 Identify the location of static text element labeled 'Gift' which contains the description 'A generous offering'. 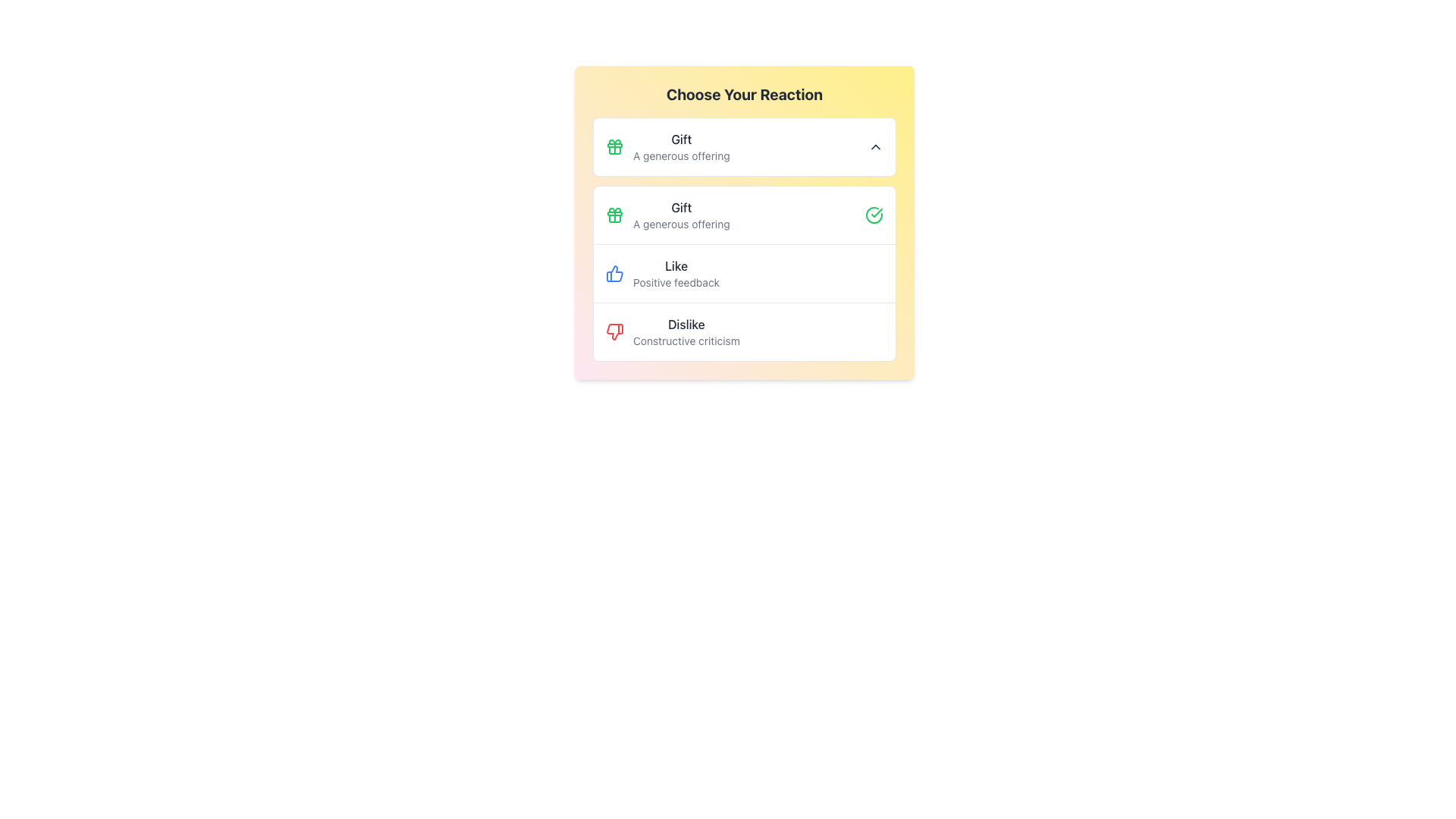
(680, 215).